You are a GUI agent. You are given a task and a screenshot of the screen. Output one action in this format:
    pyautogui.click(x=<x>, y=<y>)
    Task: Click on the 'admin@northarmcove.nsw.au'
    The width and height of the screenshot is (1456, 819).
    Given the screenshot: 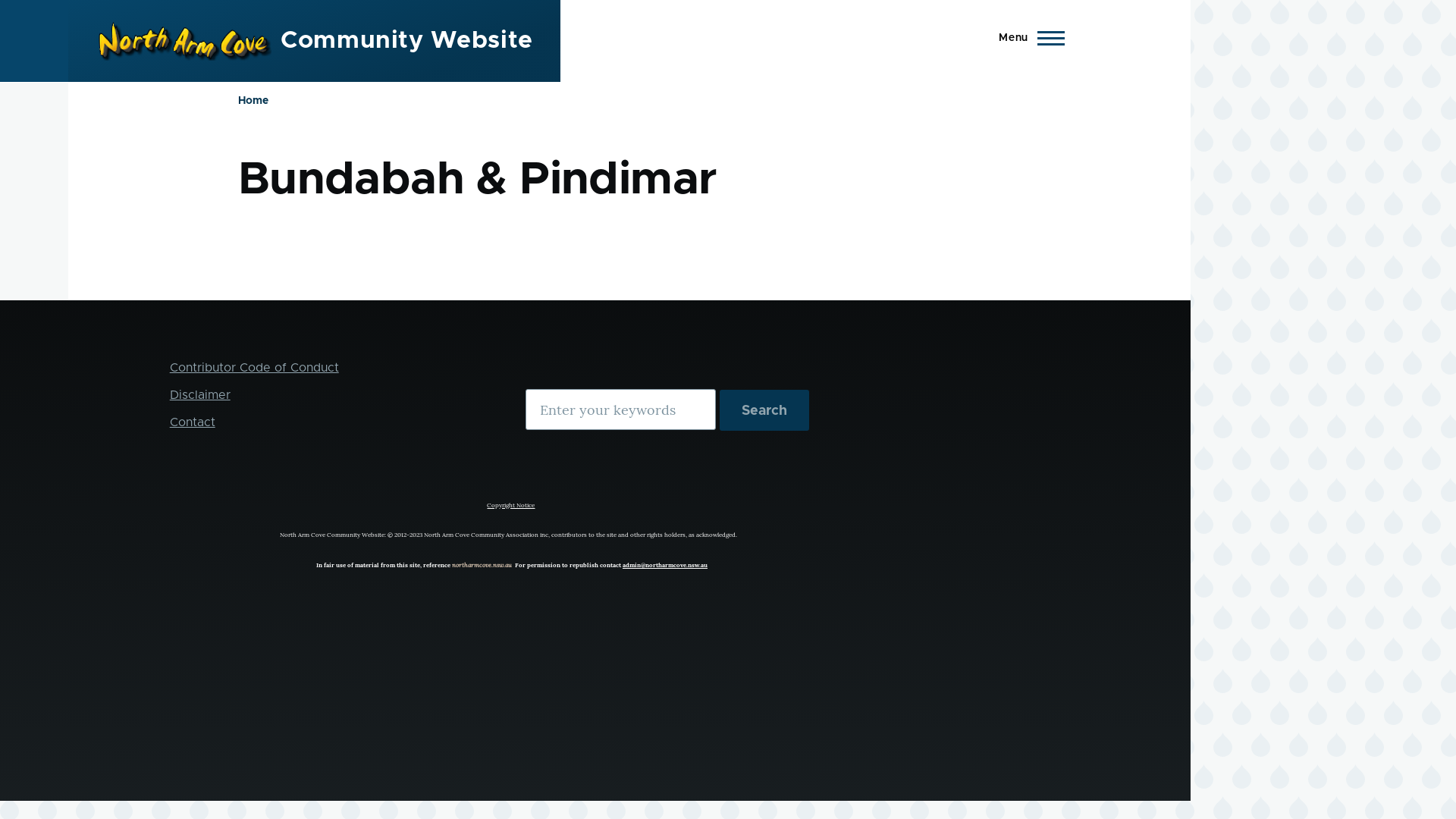 What is the action you would take?
    pyautogui.click(x=665, y=564)
    